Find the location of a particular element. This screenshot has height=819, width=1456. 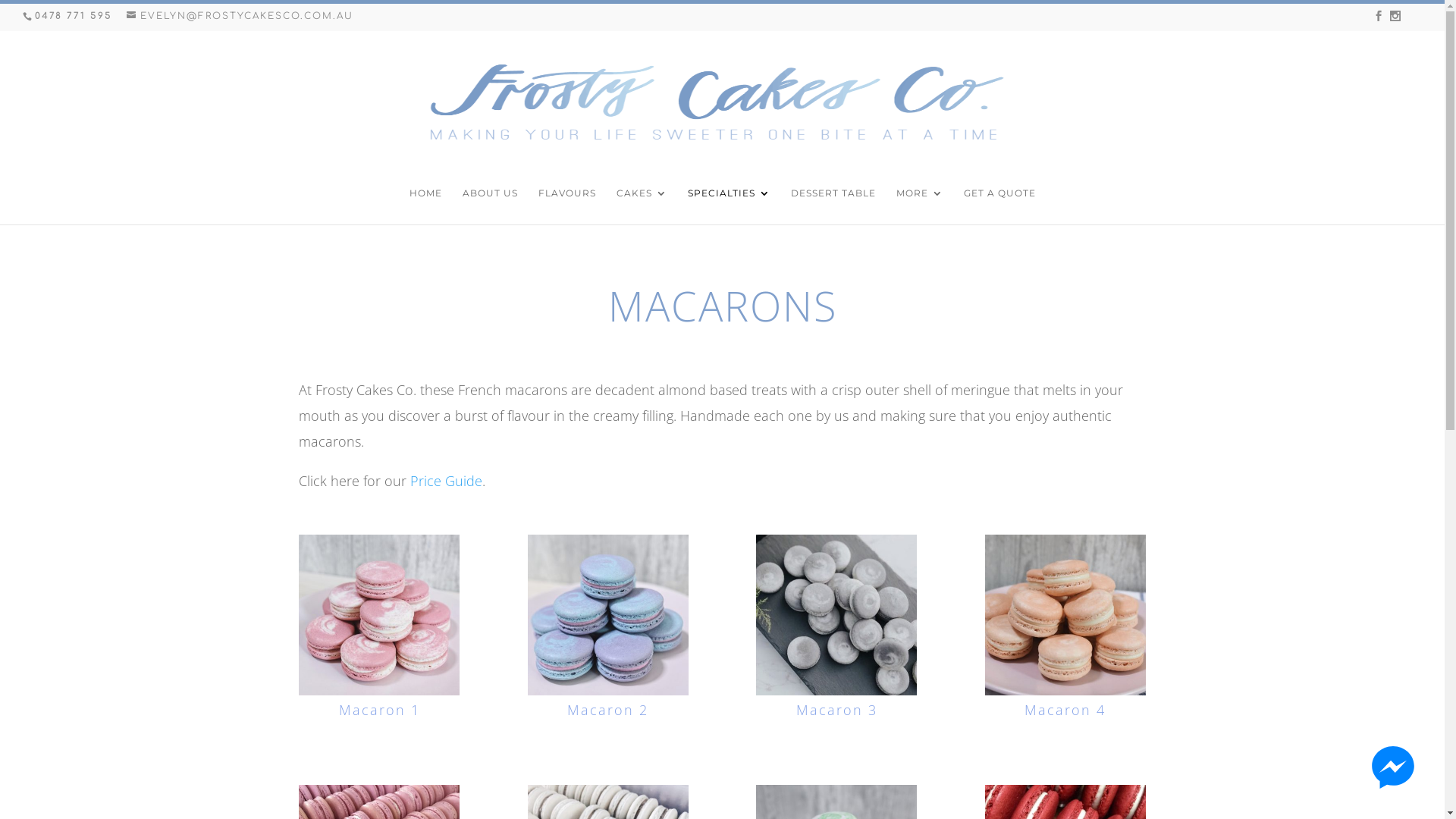

'SPECIALTIES' is located at coordinates (728, 206).